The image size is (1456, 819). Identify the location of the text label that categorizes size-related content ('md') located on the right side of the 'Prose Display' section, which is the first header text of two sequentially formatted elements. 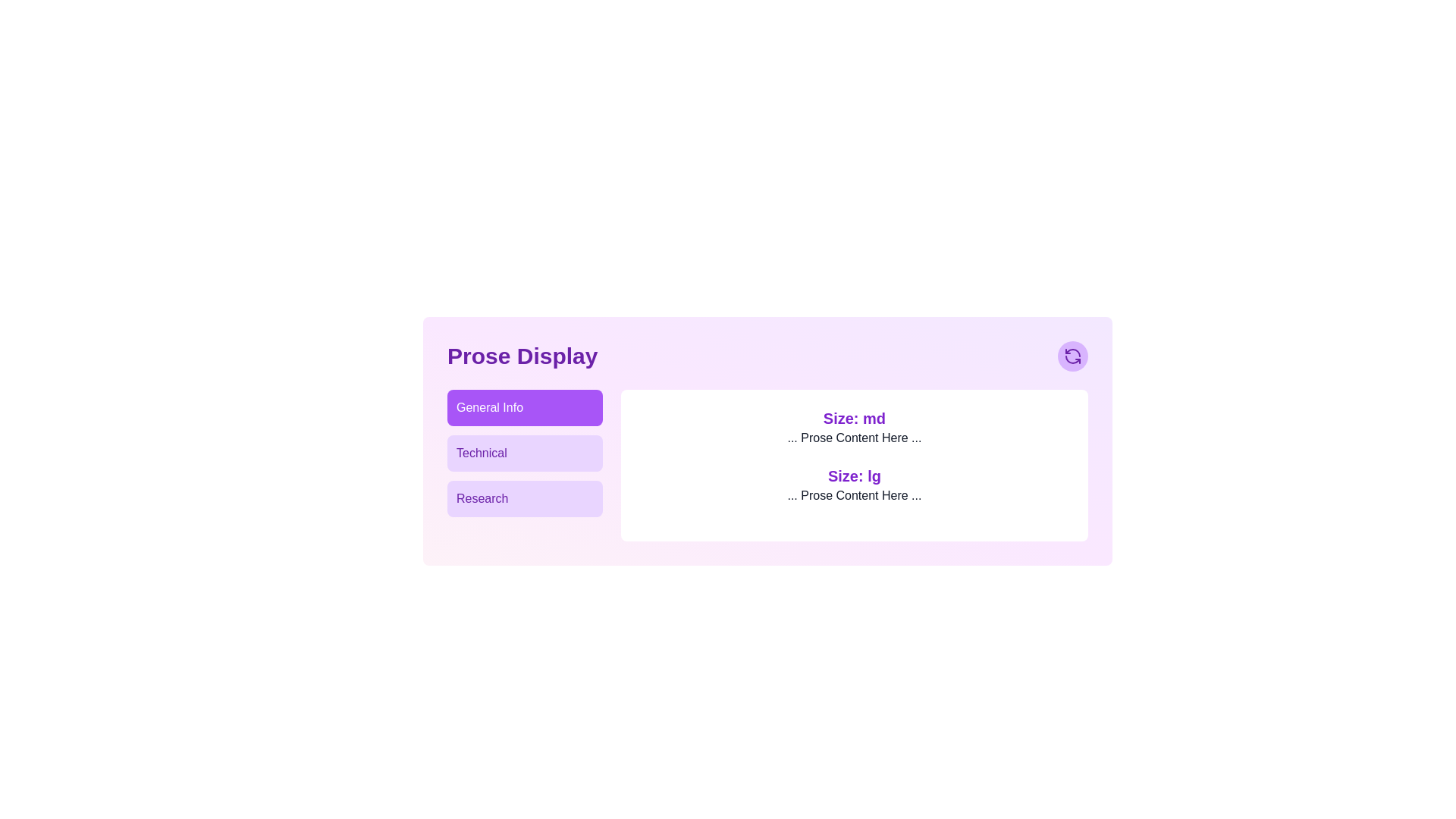
(855, 418).